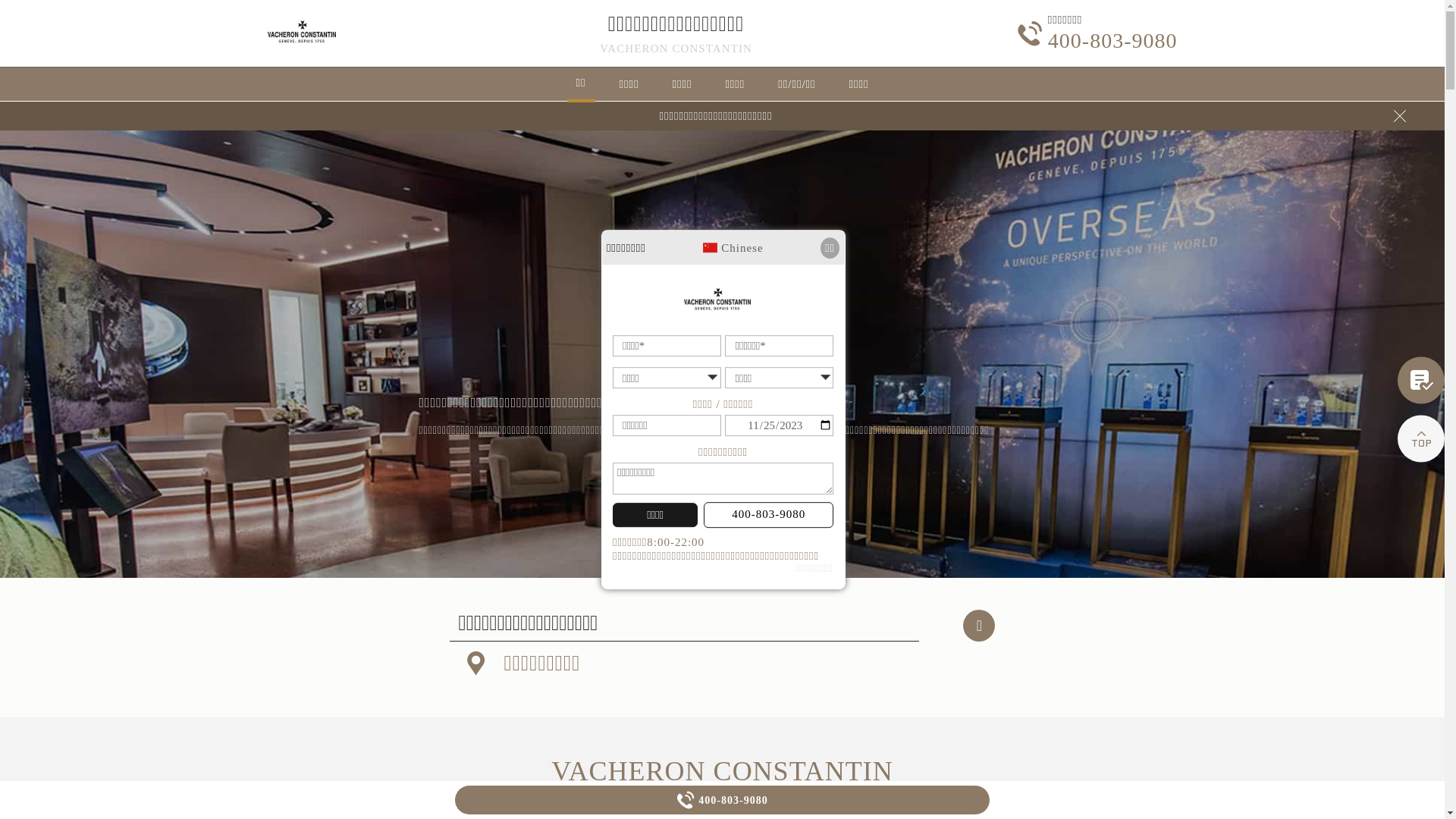 The width and height of the screenshot is (1456, 819). I want to click on '400-803-9080', so click(768, 513).